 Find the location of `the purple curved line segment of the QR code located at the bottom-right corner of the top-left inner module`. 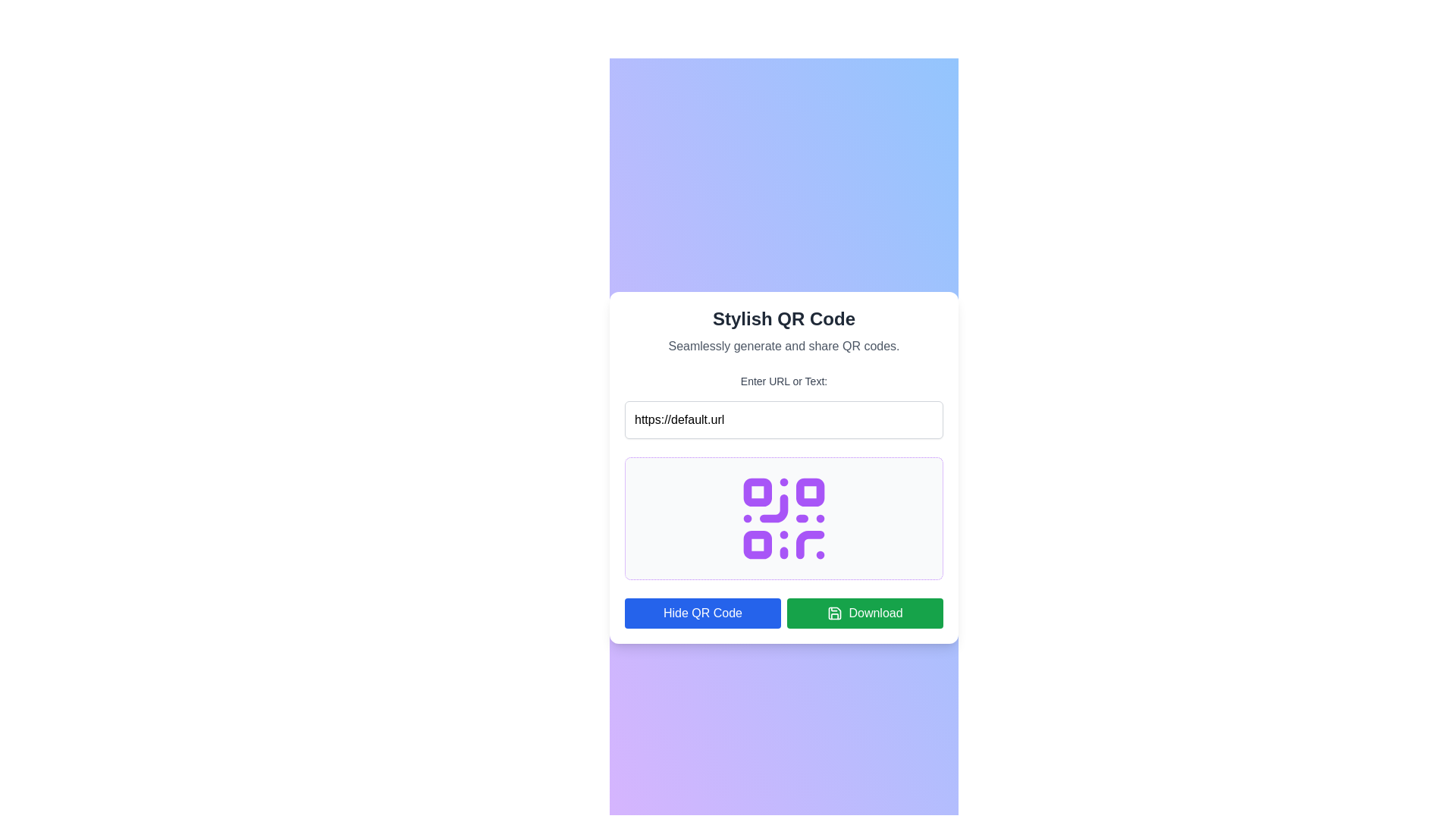

the purple curved line segment of the QR code located at the bottom-right corner of the top-left inner module is located at coordinates (773, 508).